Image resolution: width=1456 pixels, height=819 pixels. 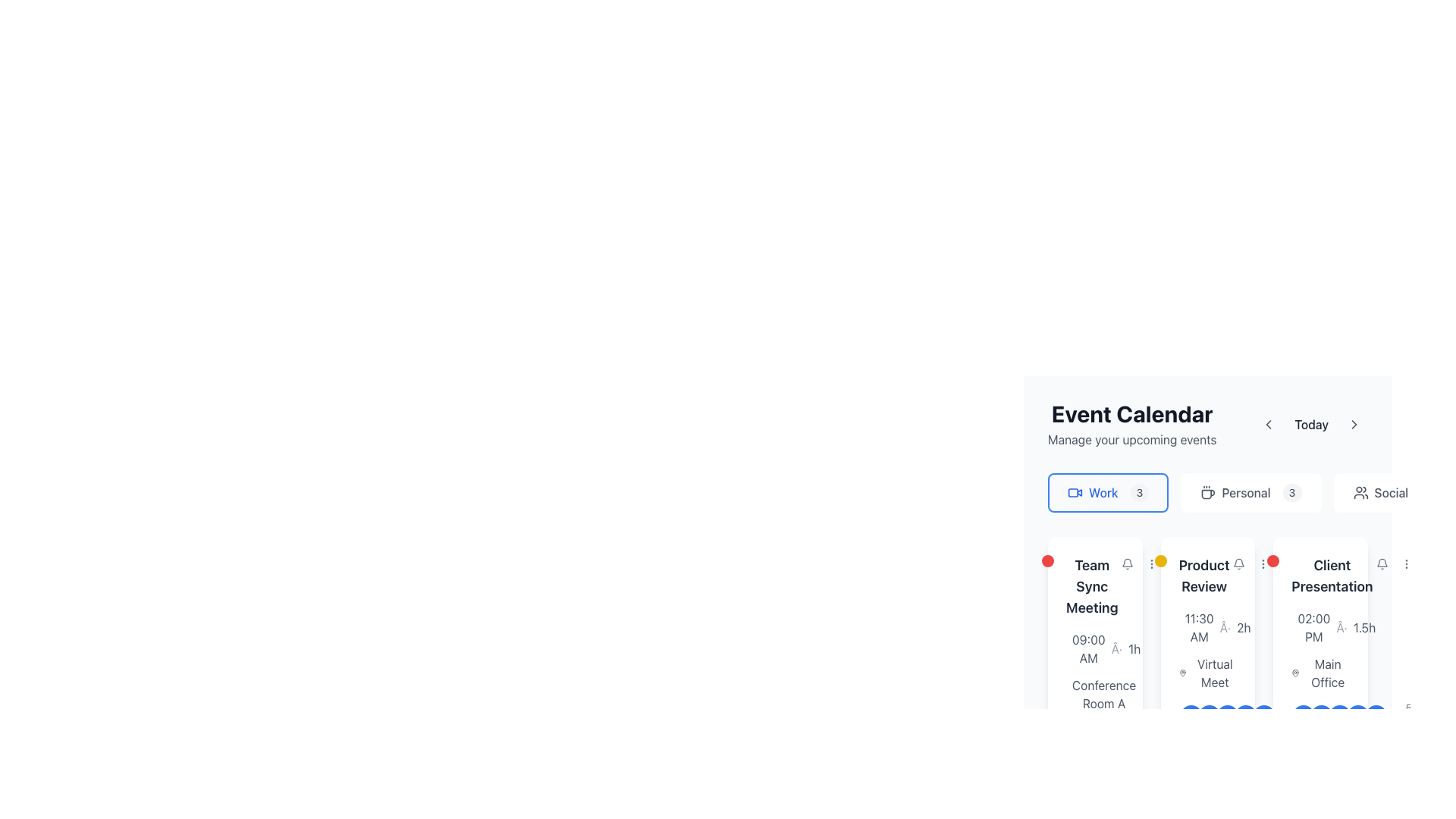 What do you see at coordinates (1250, 564) in the screenshot?
I see `the bell icon in the horizontal group of clickable icons located in the top-right corner of the 'Product Review' card` at bounding box center [1250, 564].